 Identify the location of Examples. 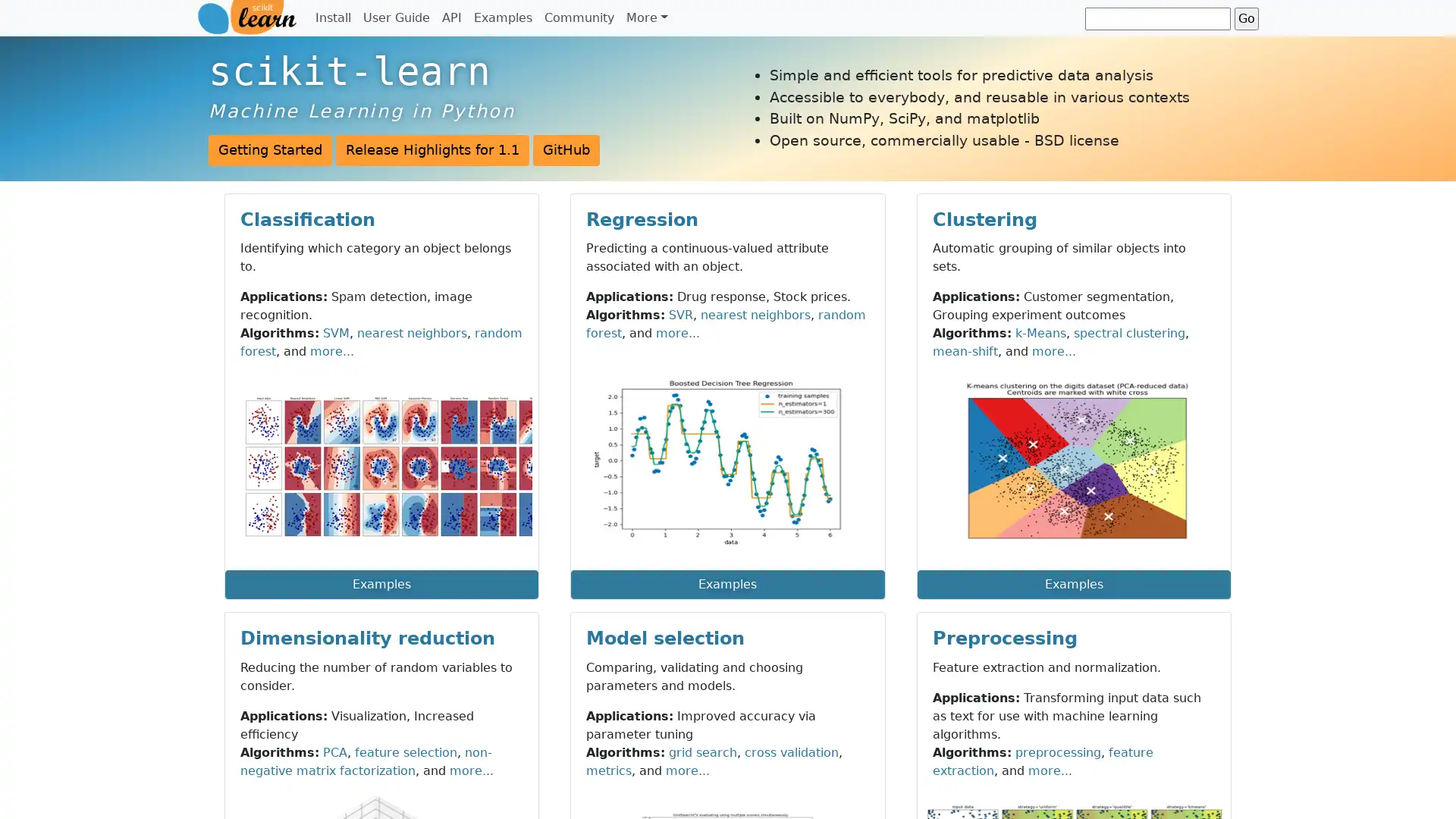
(381, 584).